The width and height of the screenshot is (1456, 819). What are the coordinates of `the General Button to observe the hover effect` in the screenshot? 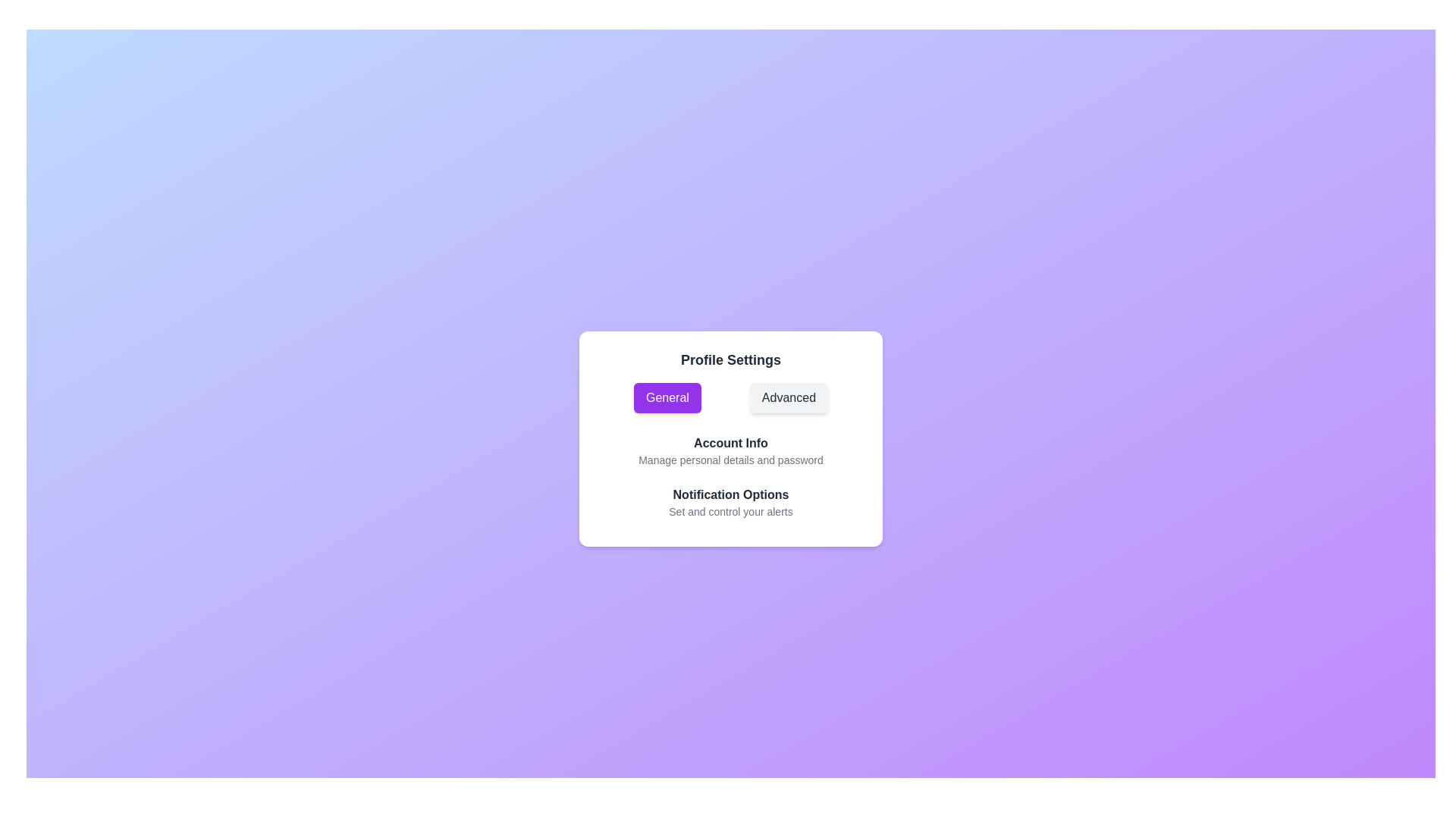 It's located at (667, 397).